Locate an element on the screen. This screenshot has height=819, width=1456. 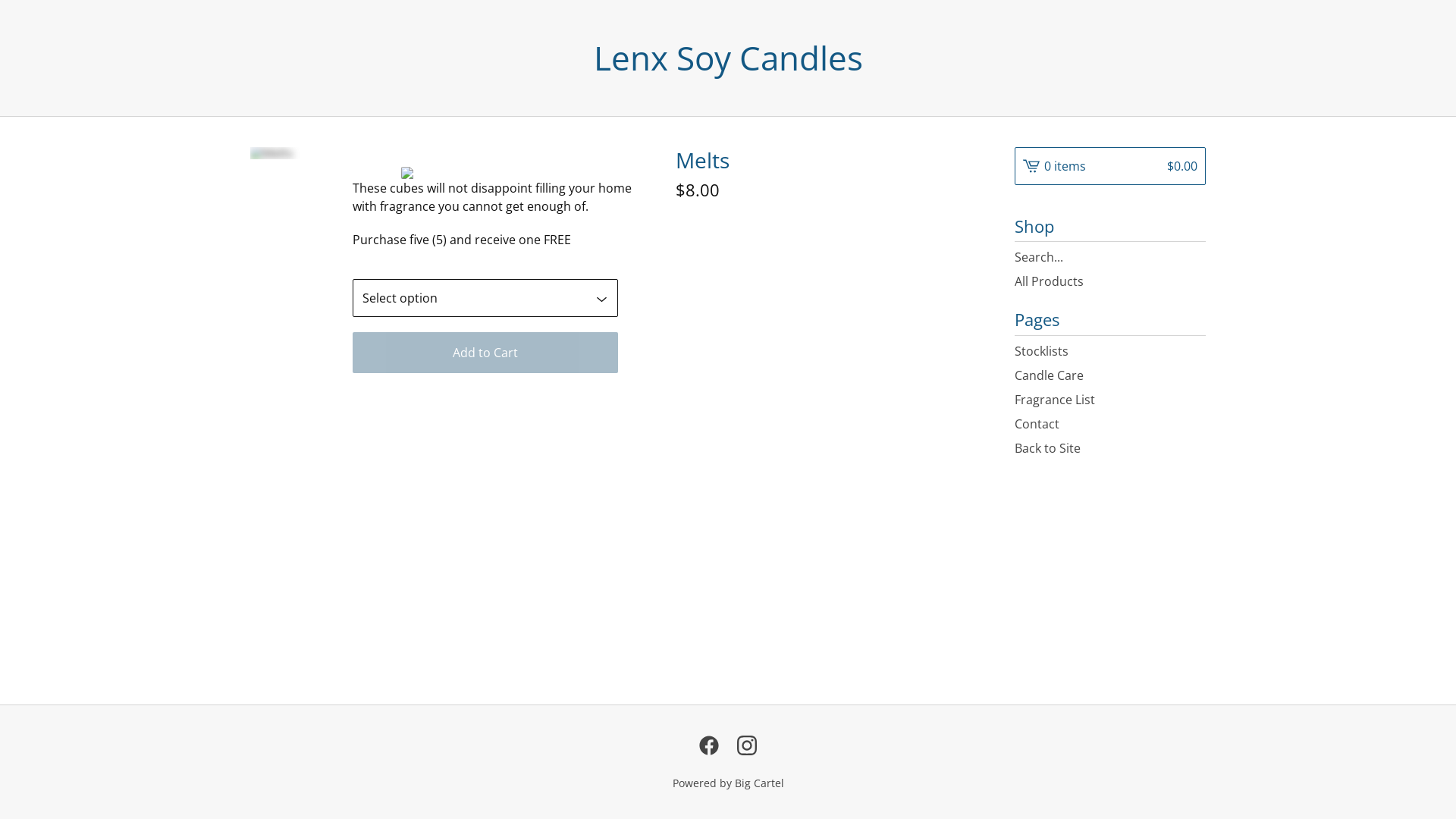
'Candle Care' is located at coordinates (1110, 375).